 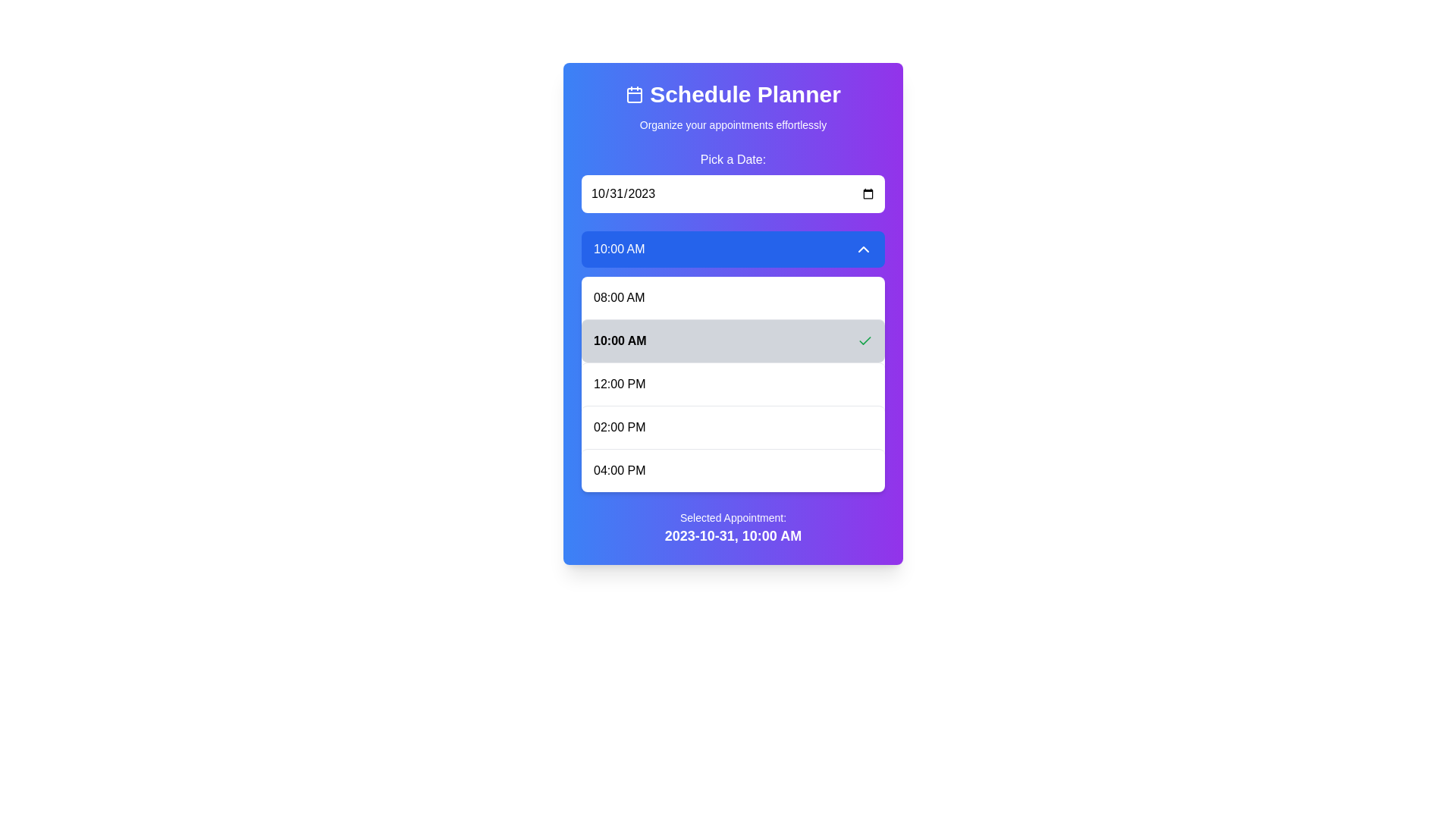 I want to click on the button displaying '02:00 PM', so click(x=733, y=427).